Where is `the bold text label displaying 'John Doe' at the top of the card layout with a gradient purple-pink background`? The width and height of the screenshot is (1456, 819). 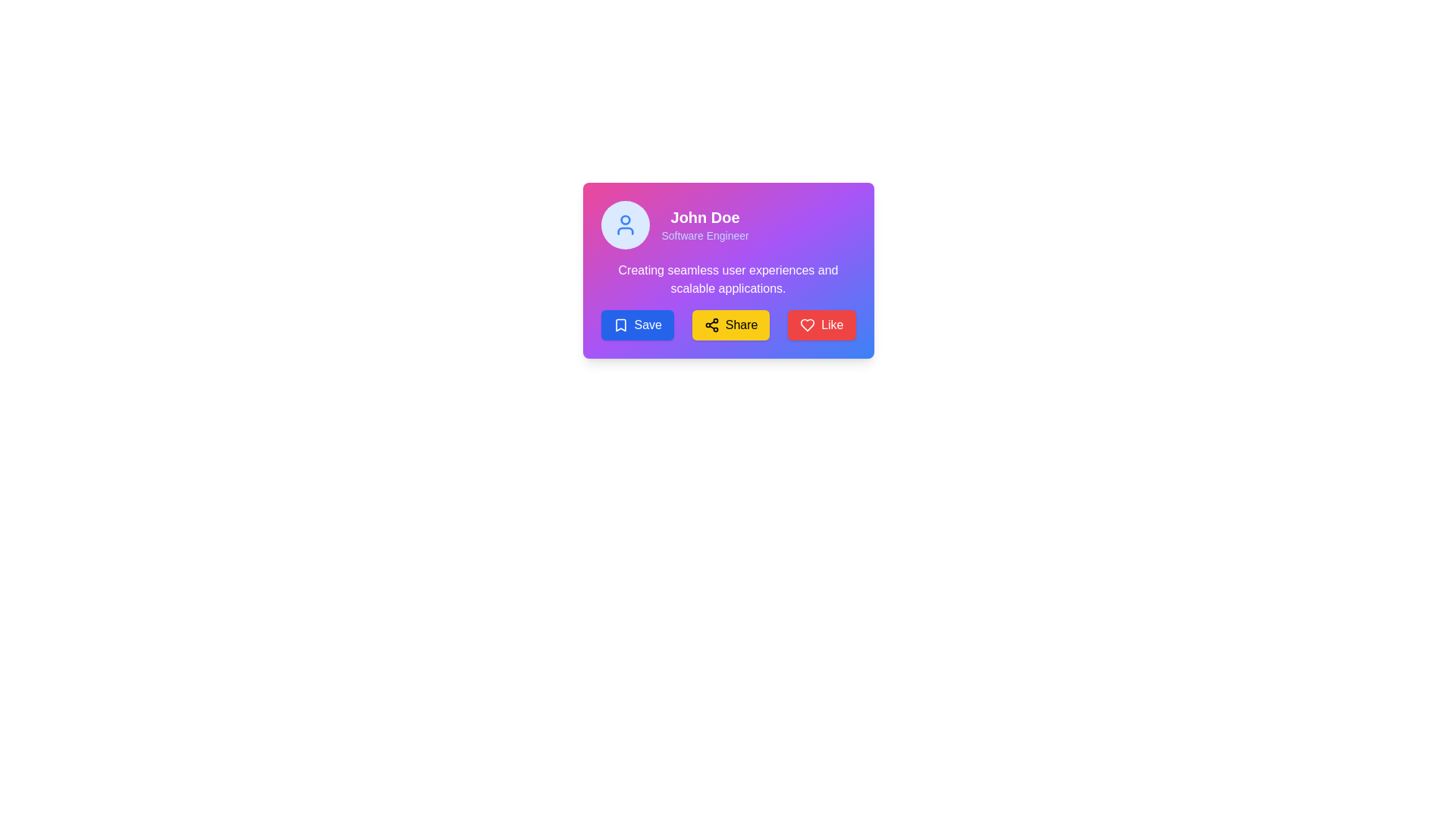 the bold text label displaying 'John Doe' at the top of the card layout with a gradient purple-pink background is located at coordinates (704, 217).